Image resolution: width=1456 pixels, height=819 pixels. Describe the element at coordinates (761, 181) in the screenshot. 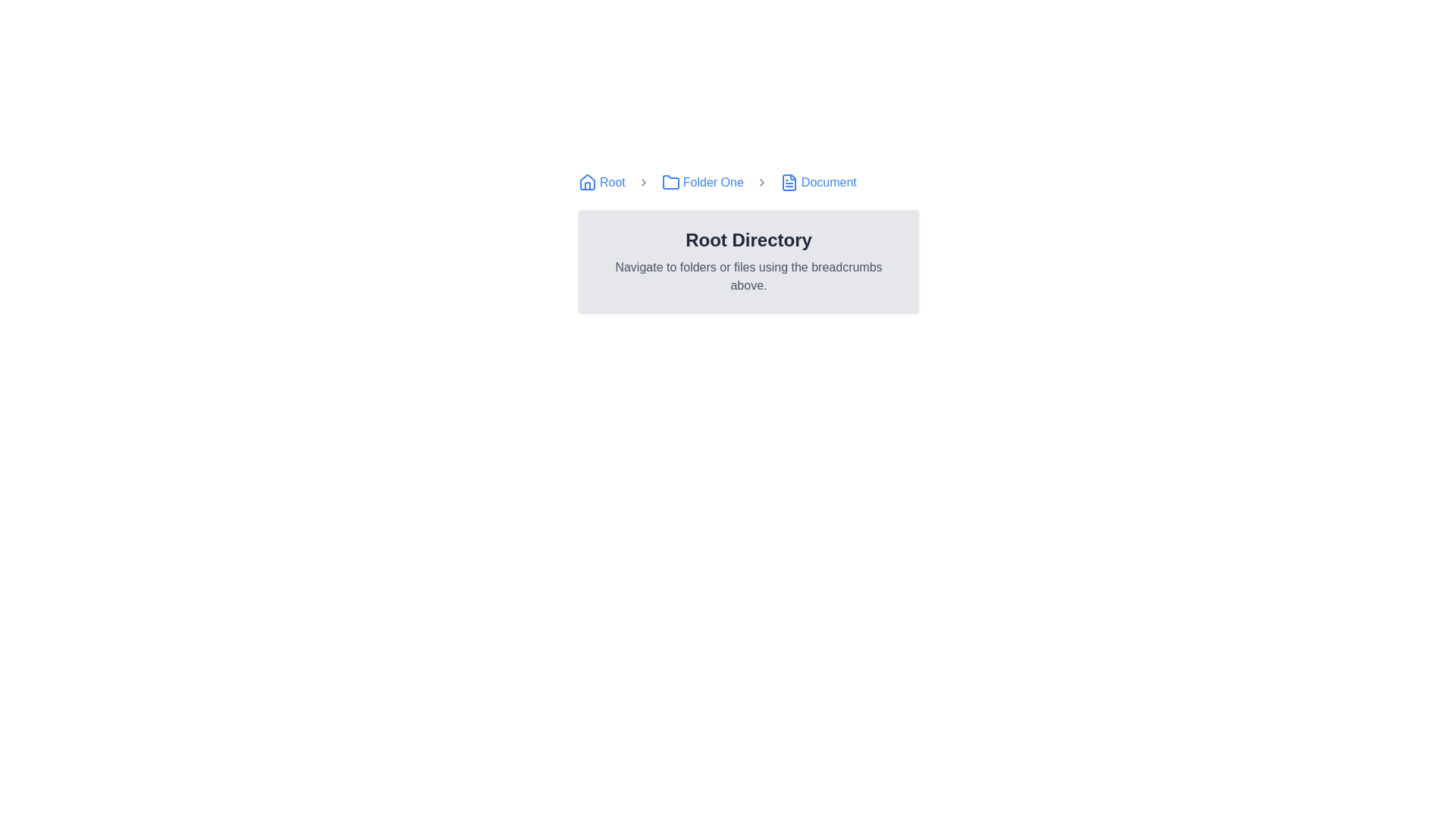

I see `the Chevron icon that visually separates breadcrumb items, positioned between 'Folder One' and 'Document' labels near the top of the page` at that location.